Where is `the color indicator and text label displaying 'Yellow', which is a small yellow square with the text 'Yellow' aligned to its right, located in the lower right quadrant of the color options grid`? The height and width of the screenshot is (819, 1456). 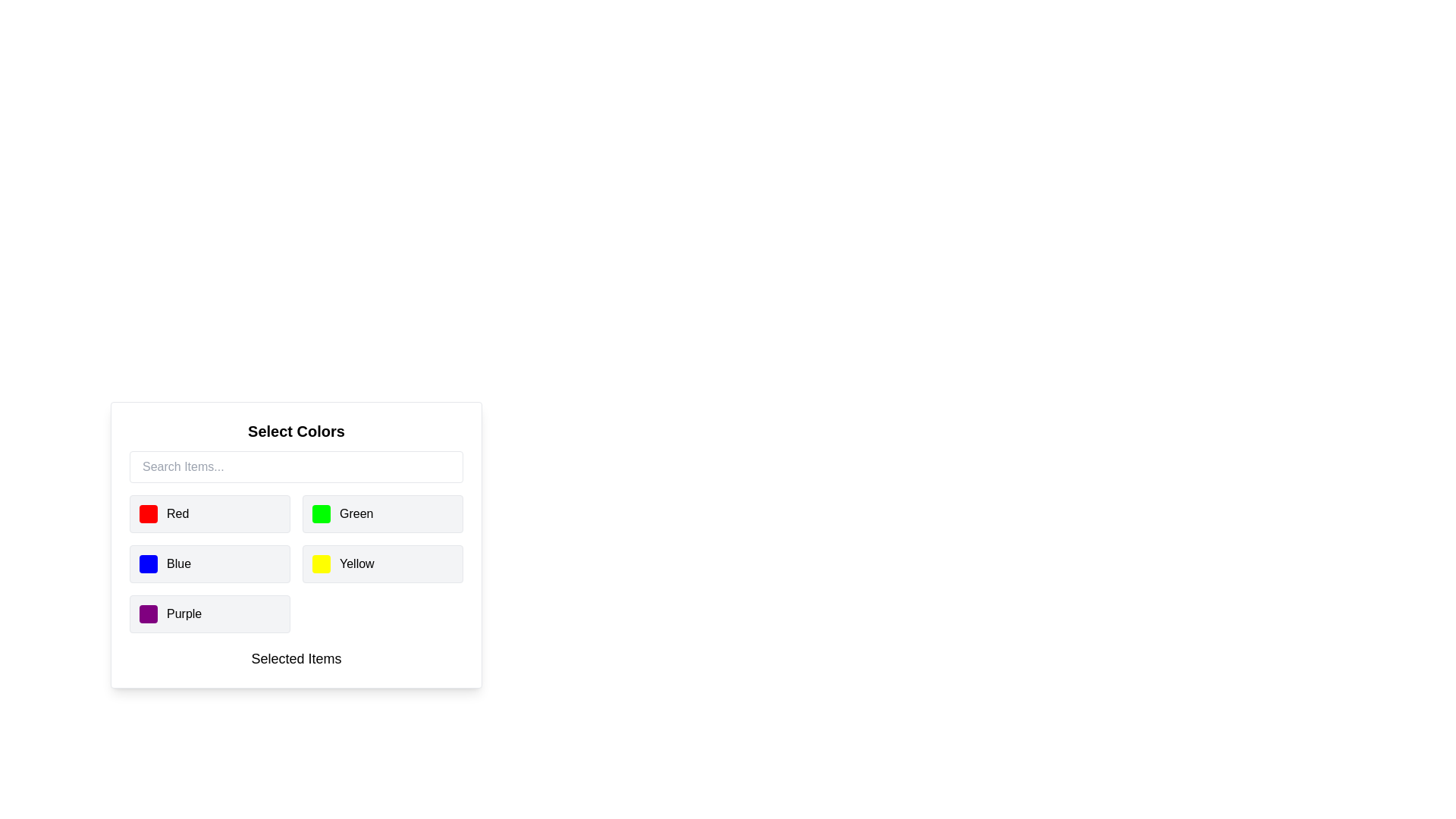 the color indicator and text label displaying 'Yellow', which is a small yellow square with the text 'Yellow' aligned to its right, located in the lower right quadrant of the color options grid is located at coordinates (342, 564).